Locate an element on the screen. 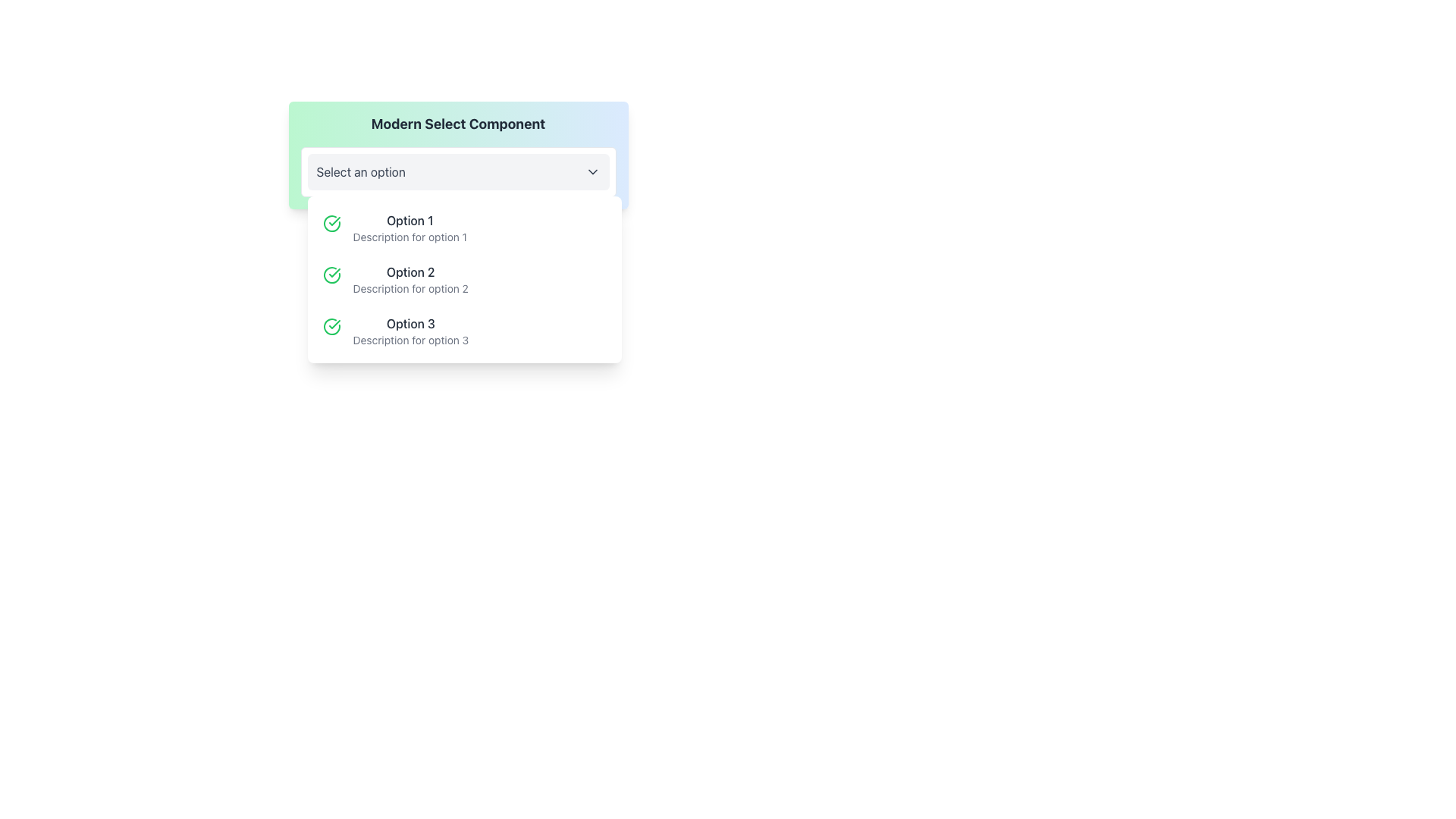 The width and height of the screenshot is (1456, 819). the option labeled 'Option 3' by clicking on it in the dropdown menu 'Modern Select Component' is located at coordinates (463, 330).